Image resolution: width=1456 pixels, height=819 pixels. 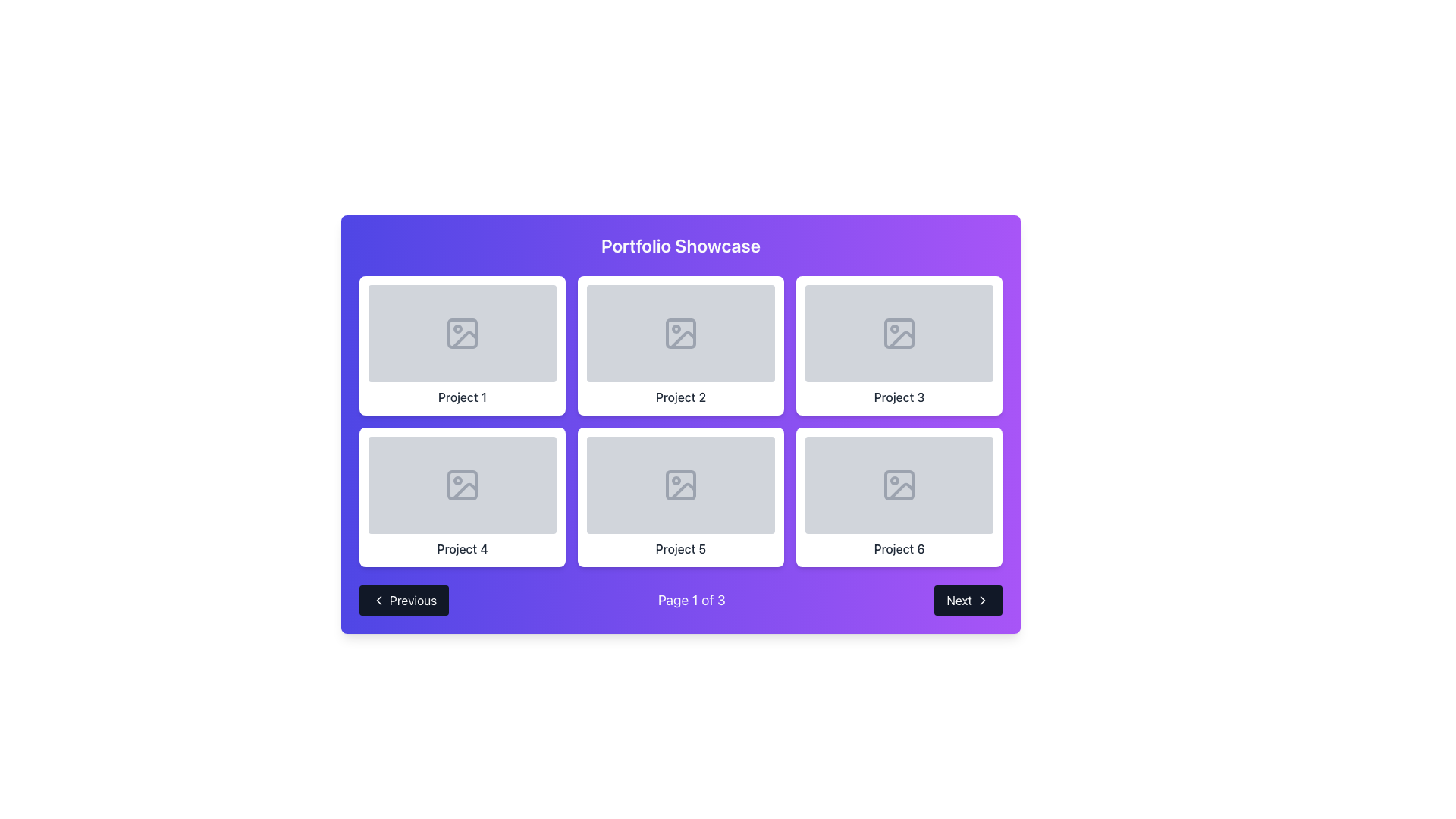 I want to click on the text label displaying 'Project 5', which is styled with a medium weight font and centered alignment, located underneath the image area of the fifth project card in the bottom-right panel of the grid layout, so click(x=679, y=549).